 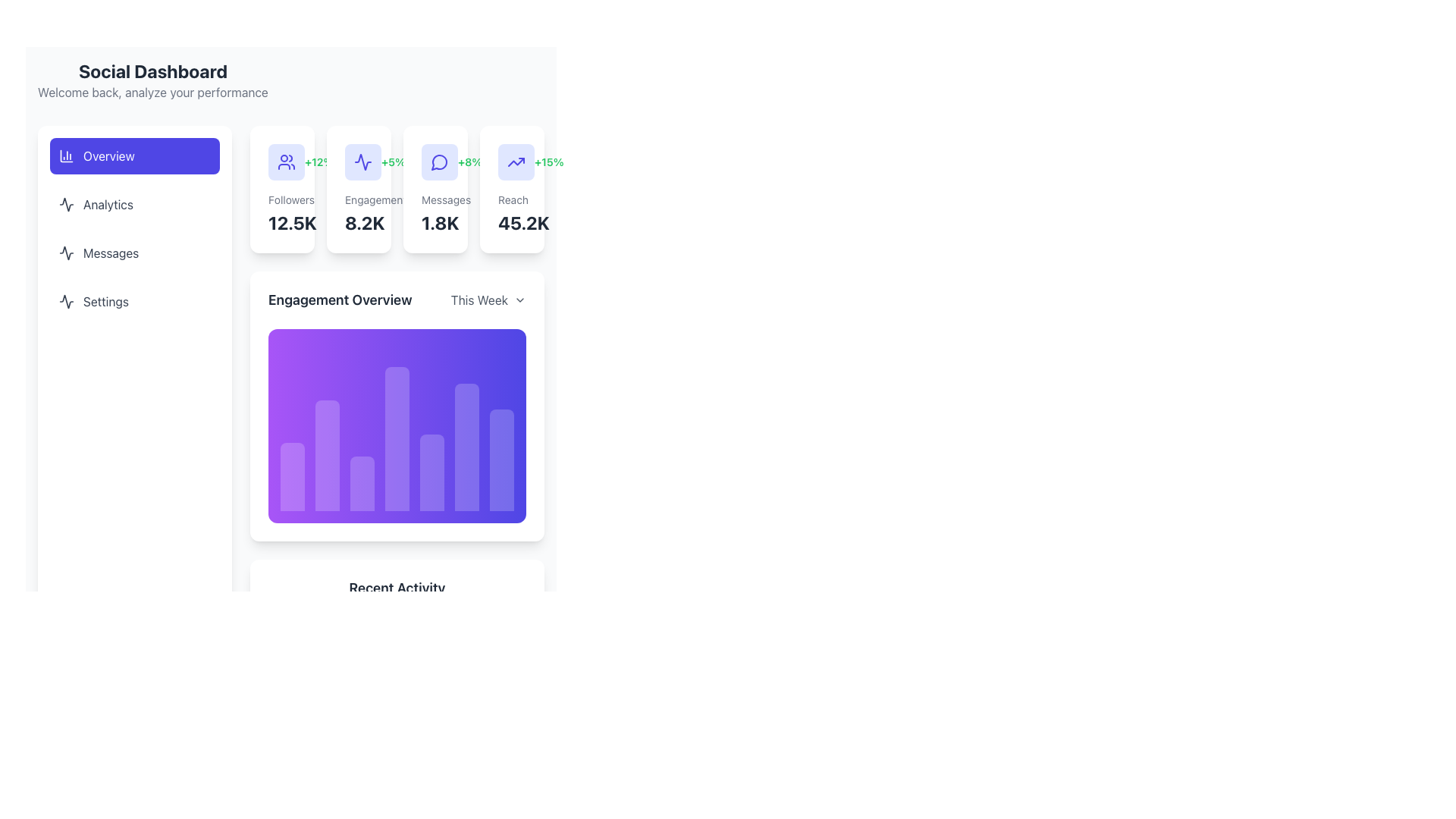 I want to click on text label displaying 'Reach' located within a white card UI component, positioned above the numerical text '45.2K', so click(x=512, y=199).